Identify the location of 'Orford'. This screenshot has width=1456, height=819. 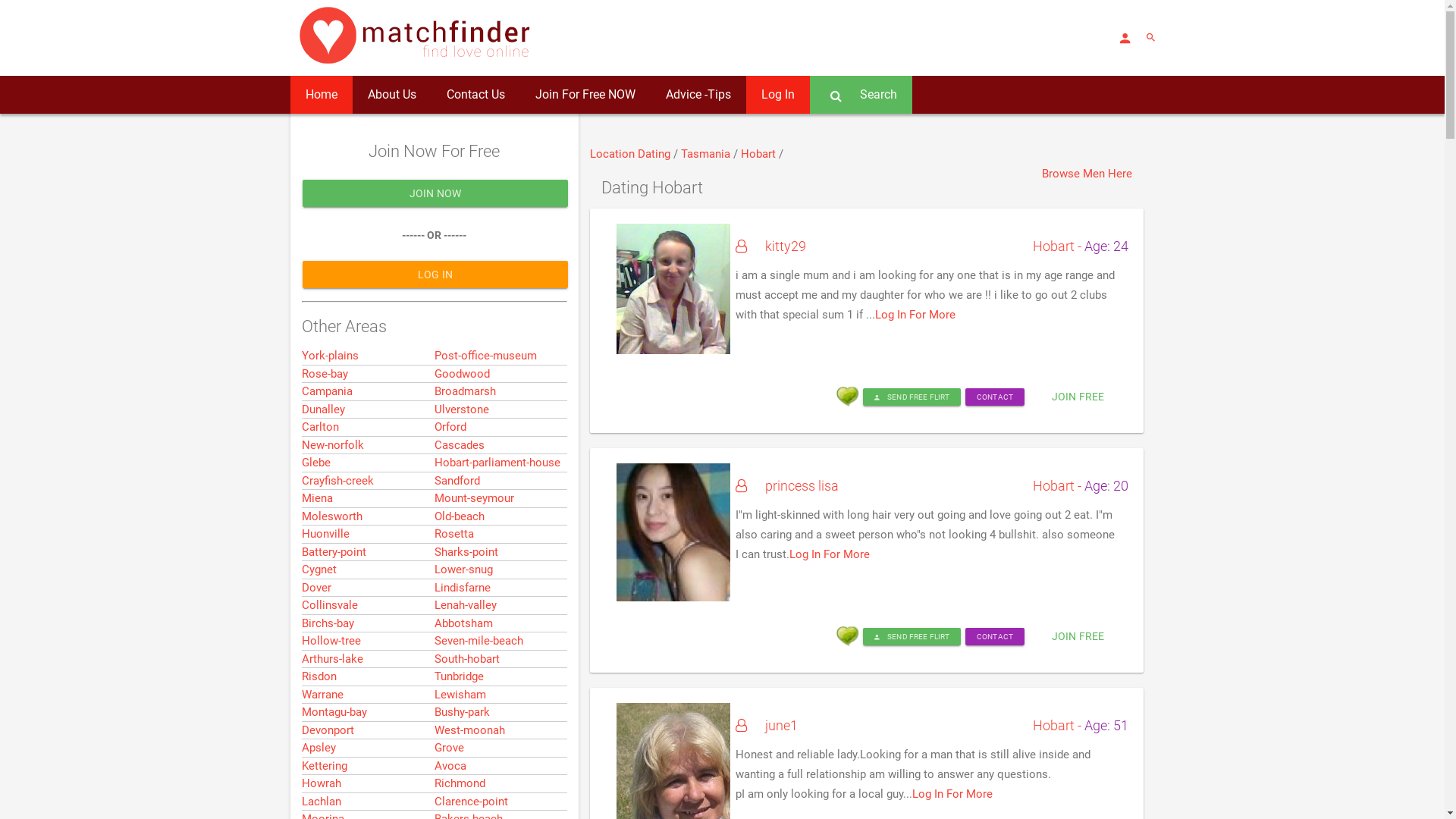
(449, 427).